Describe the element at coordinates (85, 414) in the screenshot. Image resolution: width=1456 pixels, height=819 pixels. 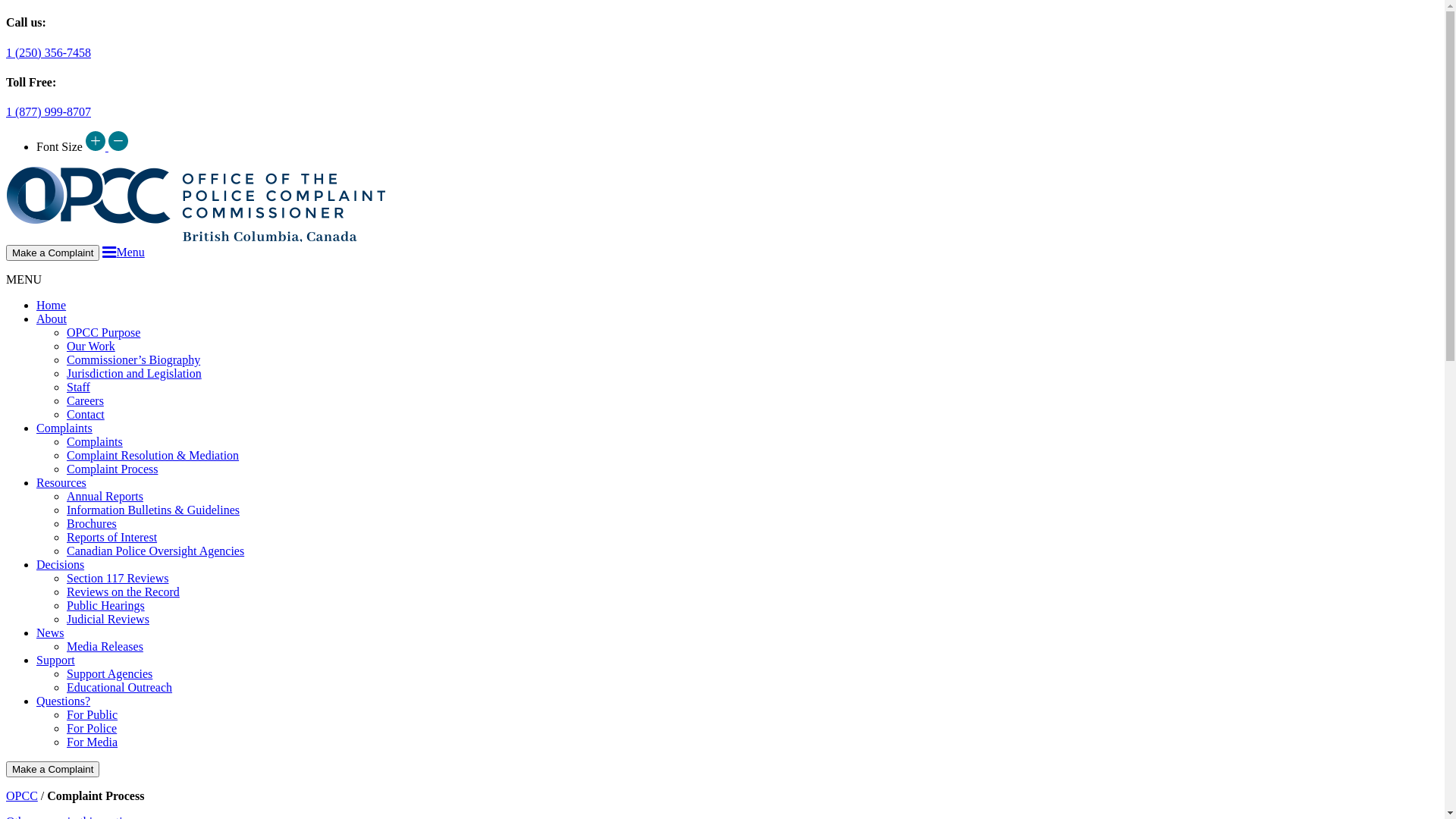
I see `'Contact'` at that location.